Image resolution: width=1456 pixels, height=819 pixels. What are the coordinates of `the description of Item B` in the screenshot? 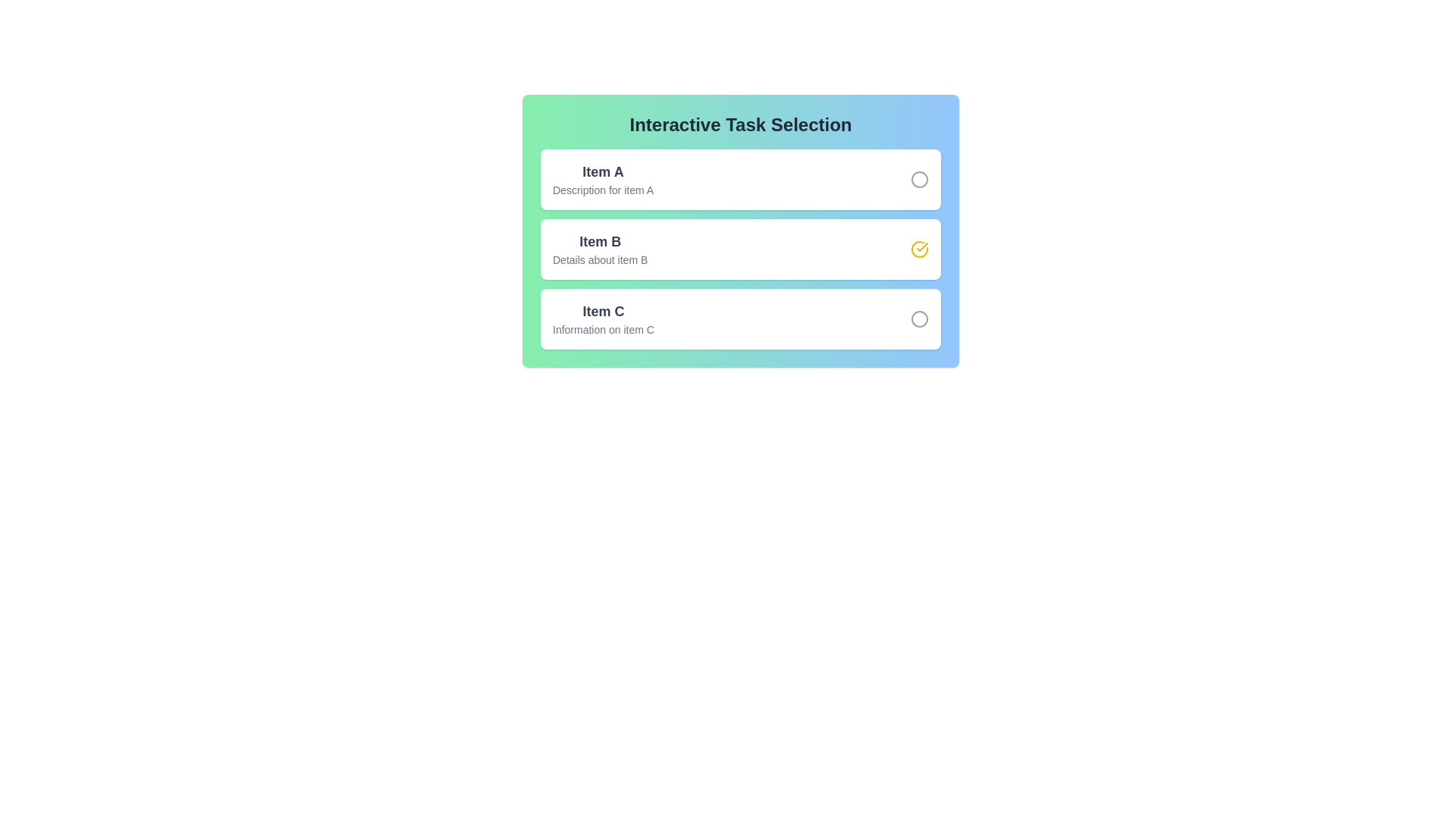 It's located at (599, 248).